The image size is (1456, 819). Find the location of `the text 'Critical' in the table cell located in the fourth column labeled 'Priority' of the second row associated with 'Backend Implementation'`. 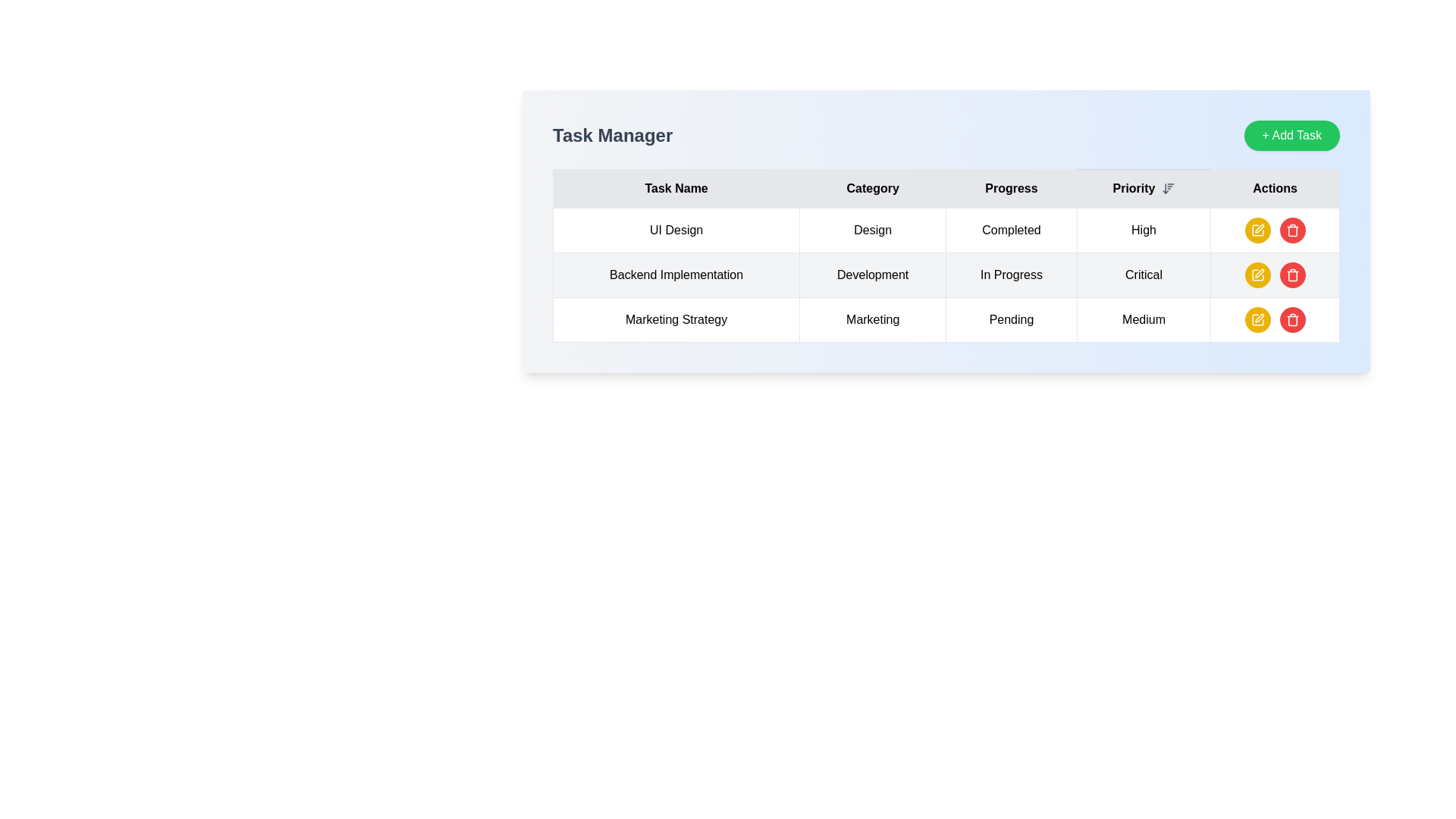

the text 'Critical' in the table cell located in the fourth column labeled 'Priority' of the second row associated with 'Backend Implementation' is located at coordinates (1144, 275).